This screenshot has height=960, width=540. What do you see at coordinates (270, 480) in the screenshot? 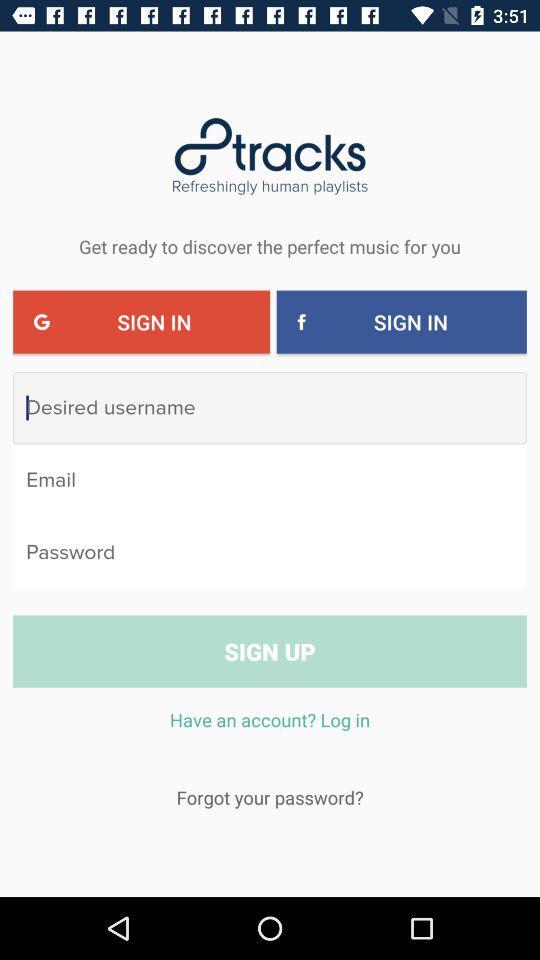
I see `email address` at bounding box center [270, 480].